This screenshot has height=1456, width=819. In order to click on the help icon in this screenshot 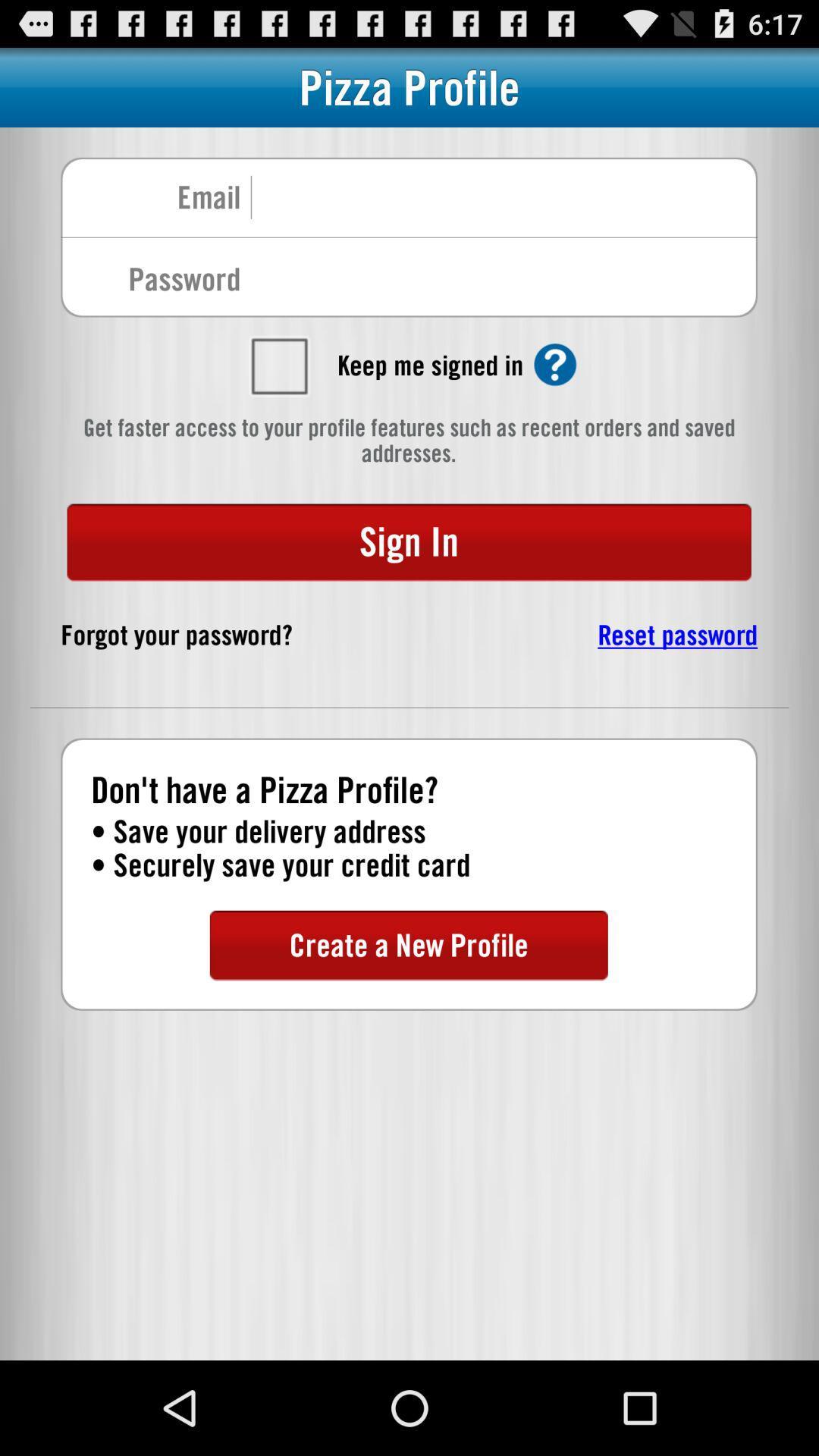, I will do `click(555, 390)`.